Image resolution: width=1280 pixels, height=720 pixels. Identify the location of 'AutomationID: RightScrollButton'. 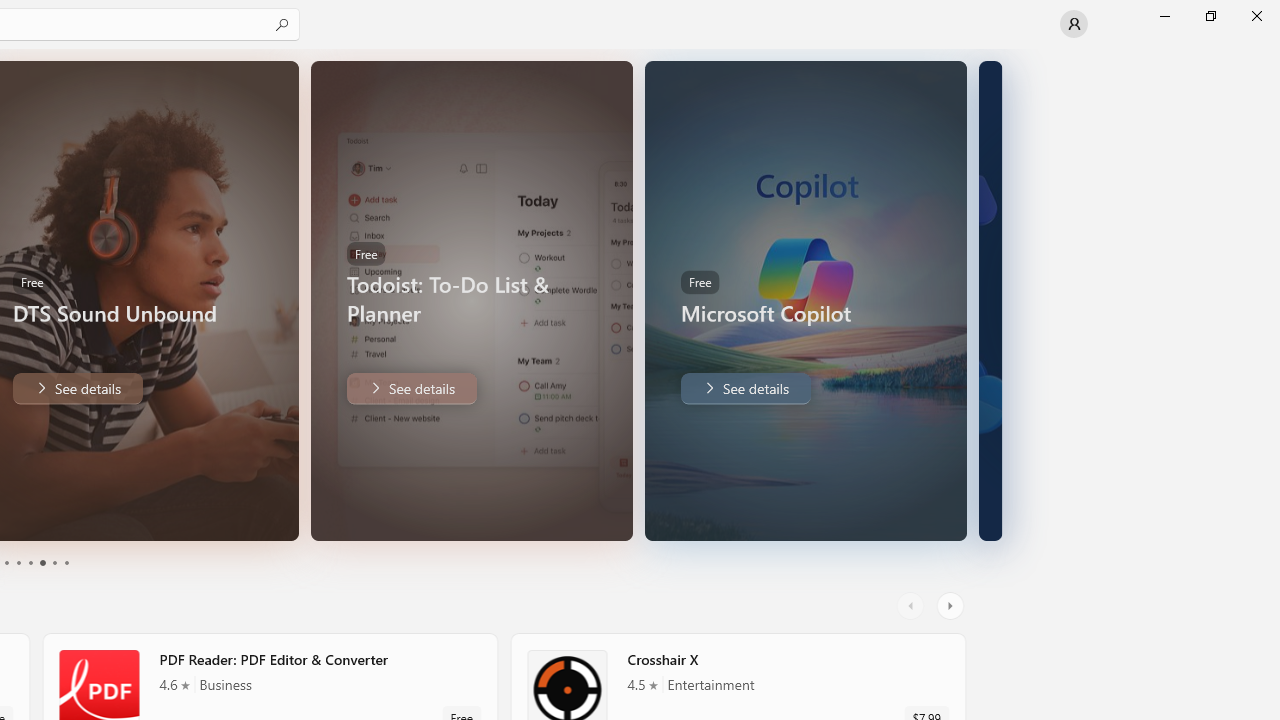
(951, 605).